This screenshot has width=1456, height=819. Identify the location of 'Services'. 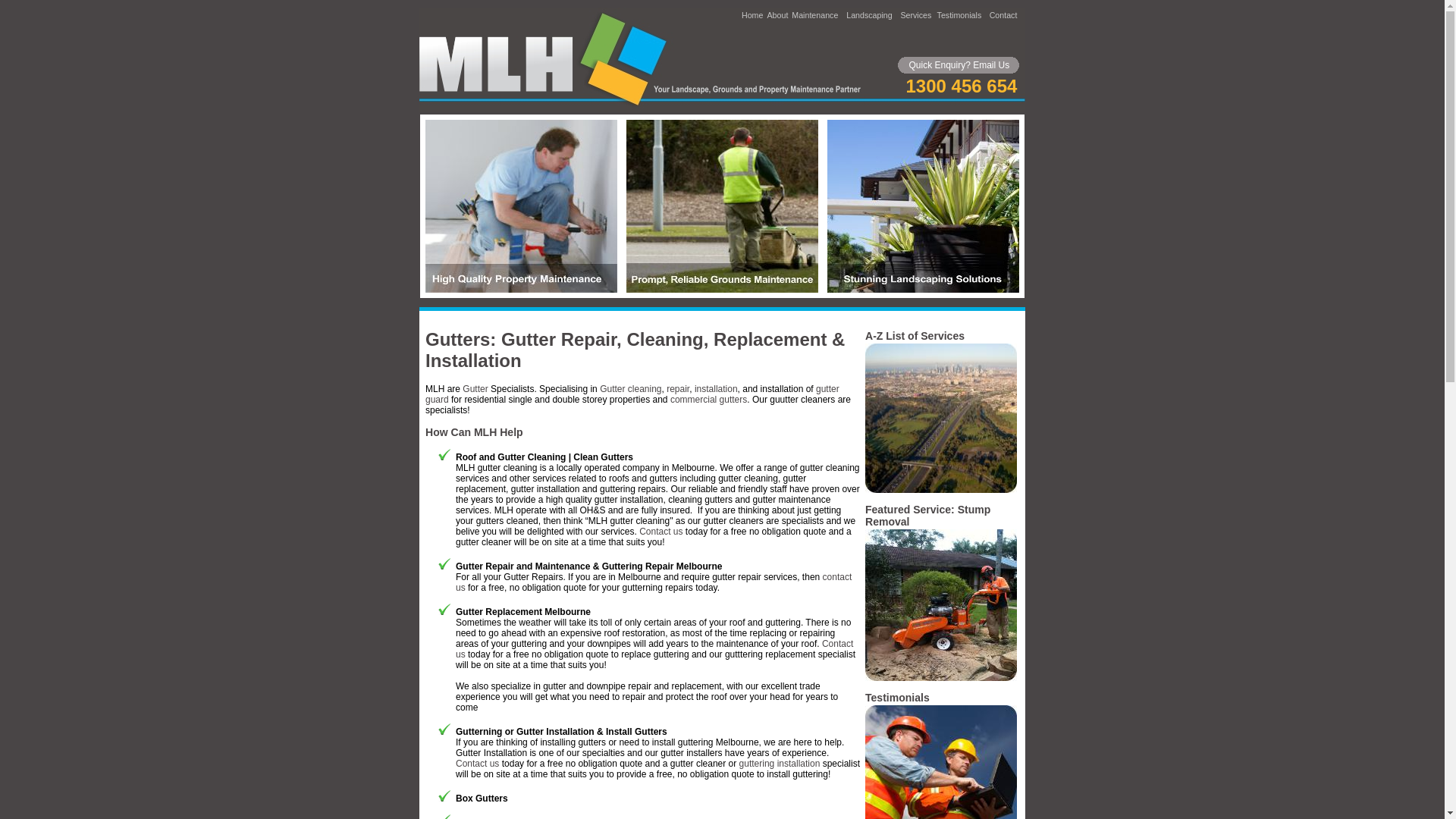
(899, 14).